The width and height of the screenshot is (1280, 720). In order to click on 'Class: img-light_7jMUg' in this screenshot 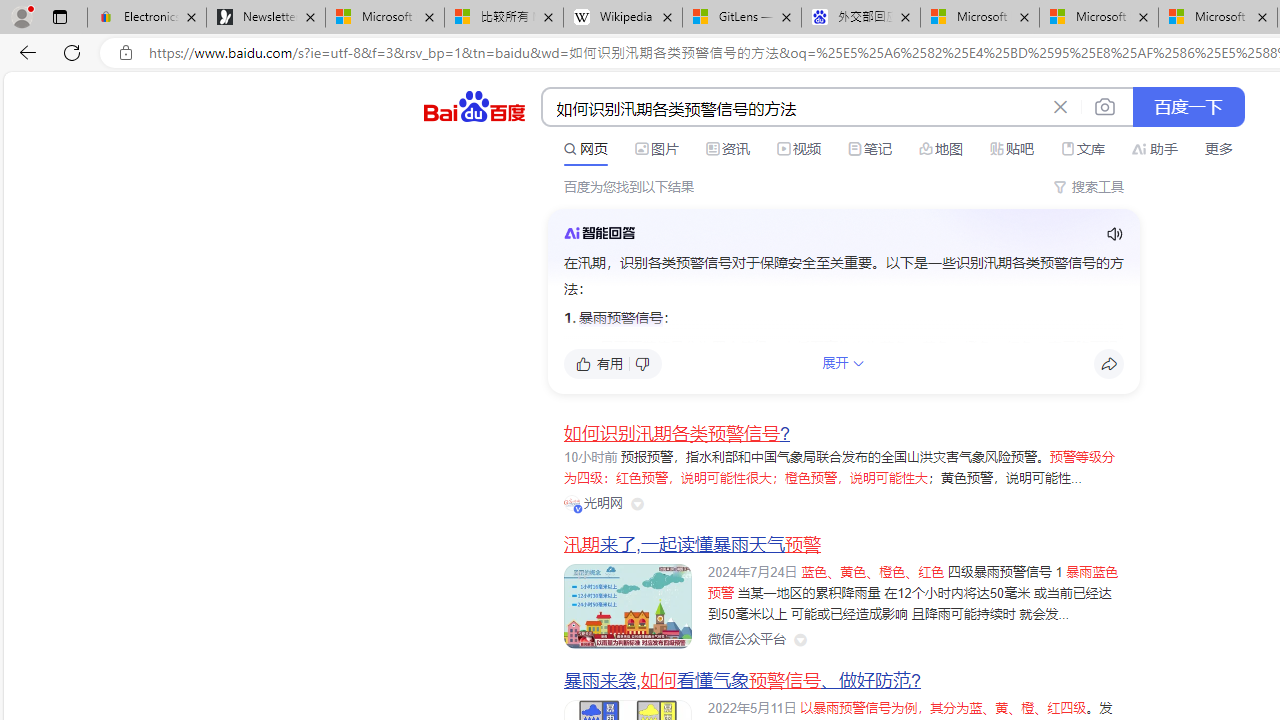, I will do `click(598, 231)`.